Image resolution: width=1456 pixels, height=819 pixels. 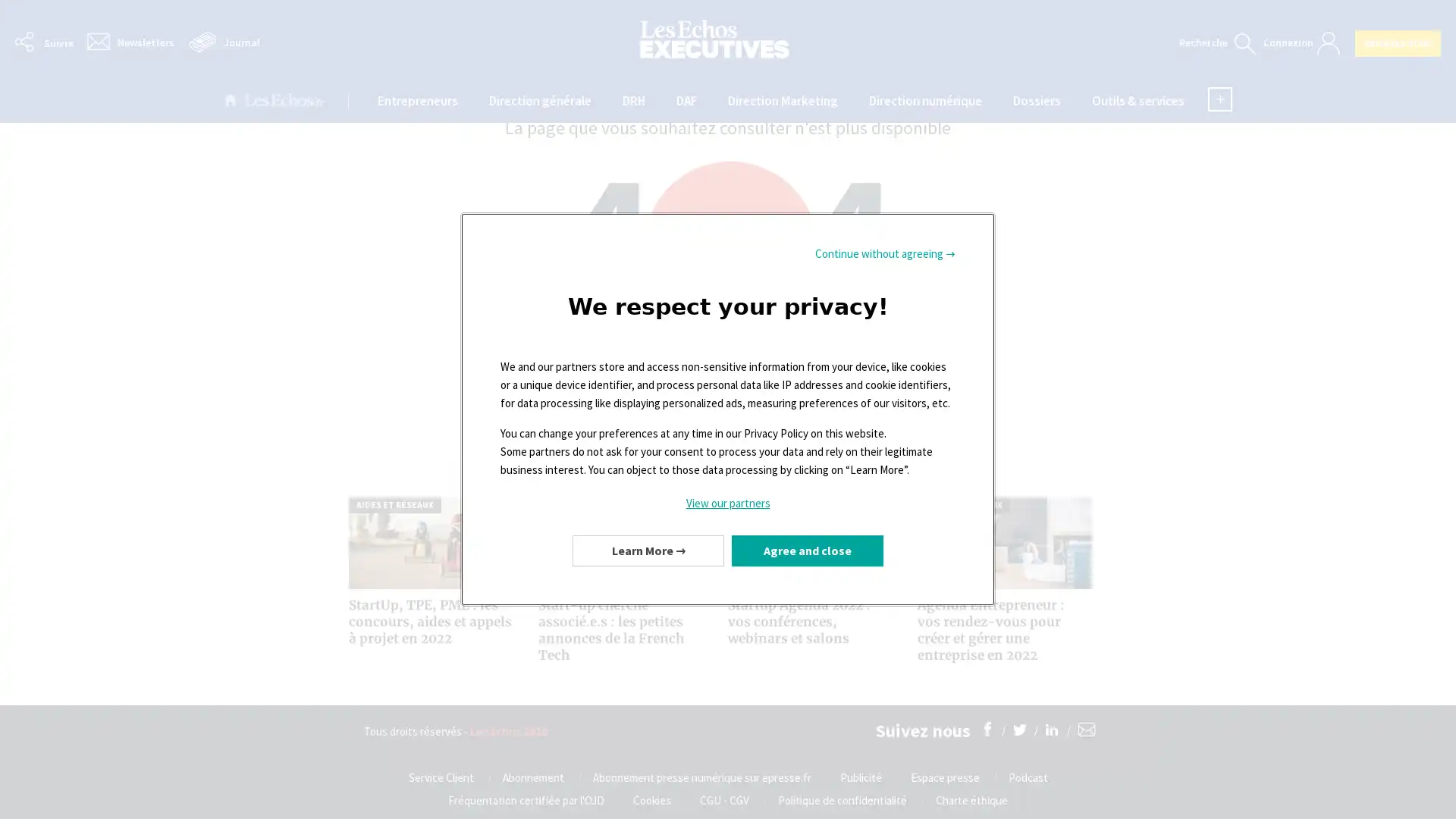 What do you see at coordinates (1219, 99) in the screenshot?
I see `+` at bounding box center [1219, 99].